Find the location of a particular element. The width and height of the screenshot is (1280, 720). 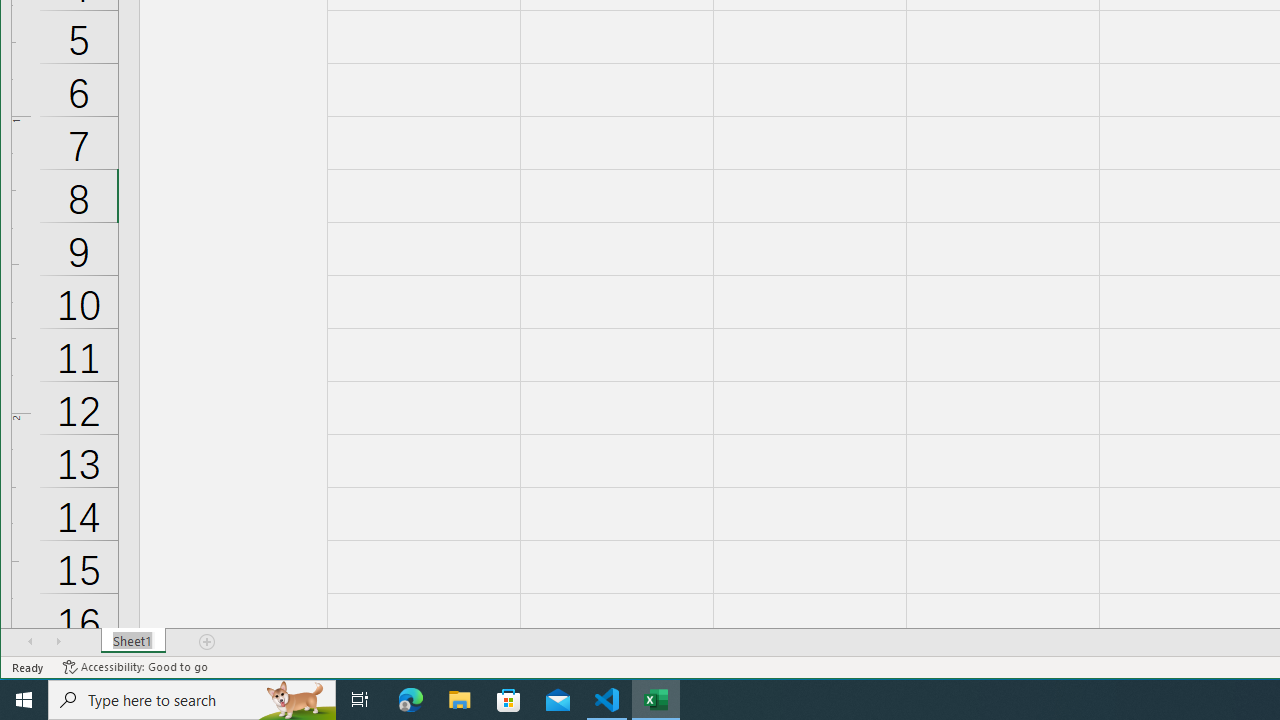

'Microsoft Edge' is located at coordinates (410, 698).